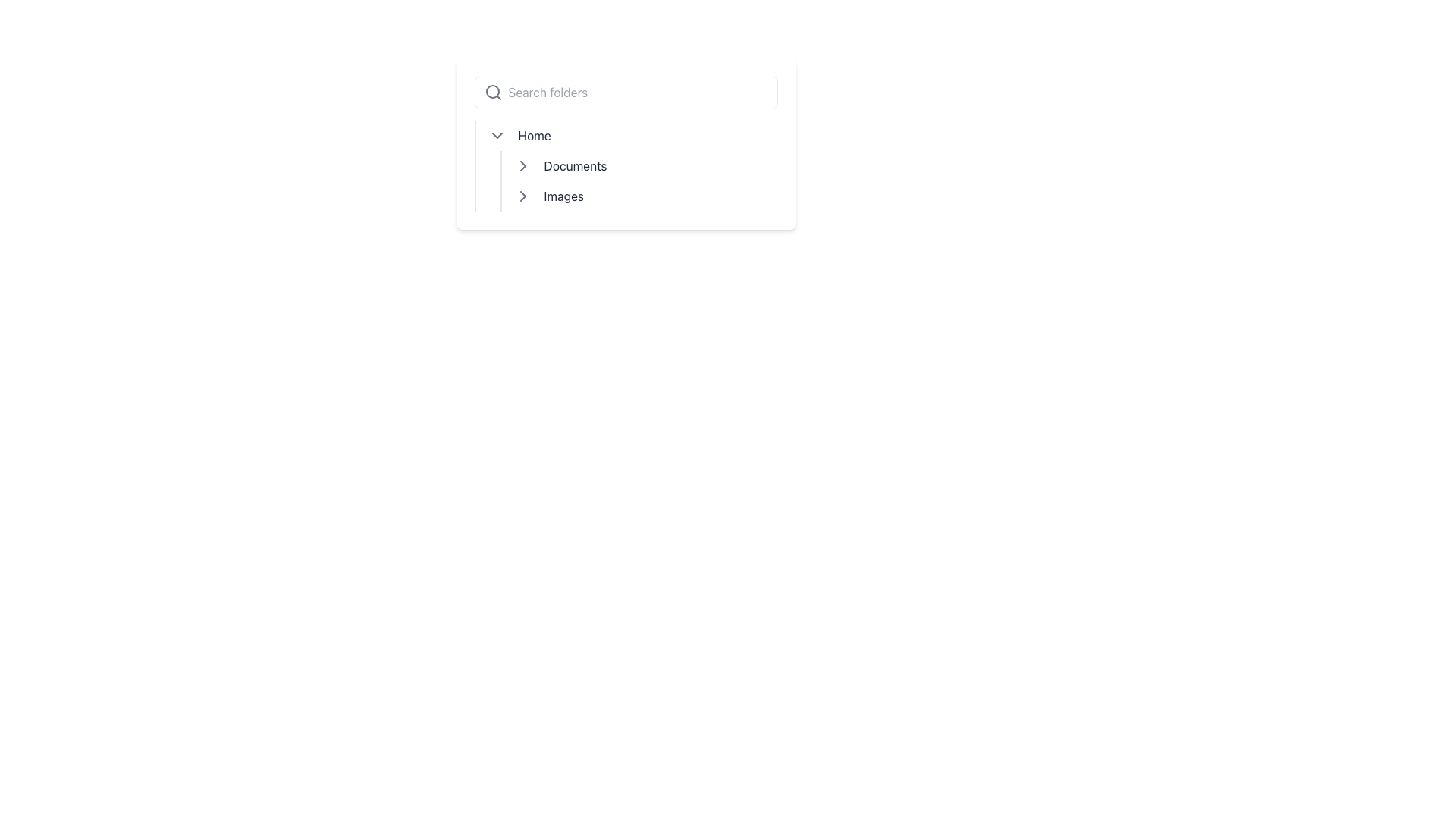 Image resolution: width=1456 pixels, height=819 pixels. I want to click on the 'Documents' text label in the hierarchical navigation menu, so click(574, 166).